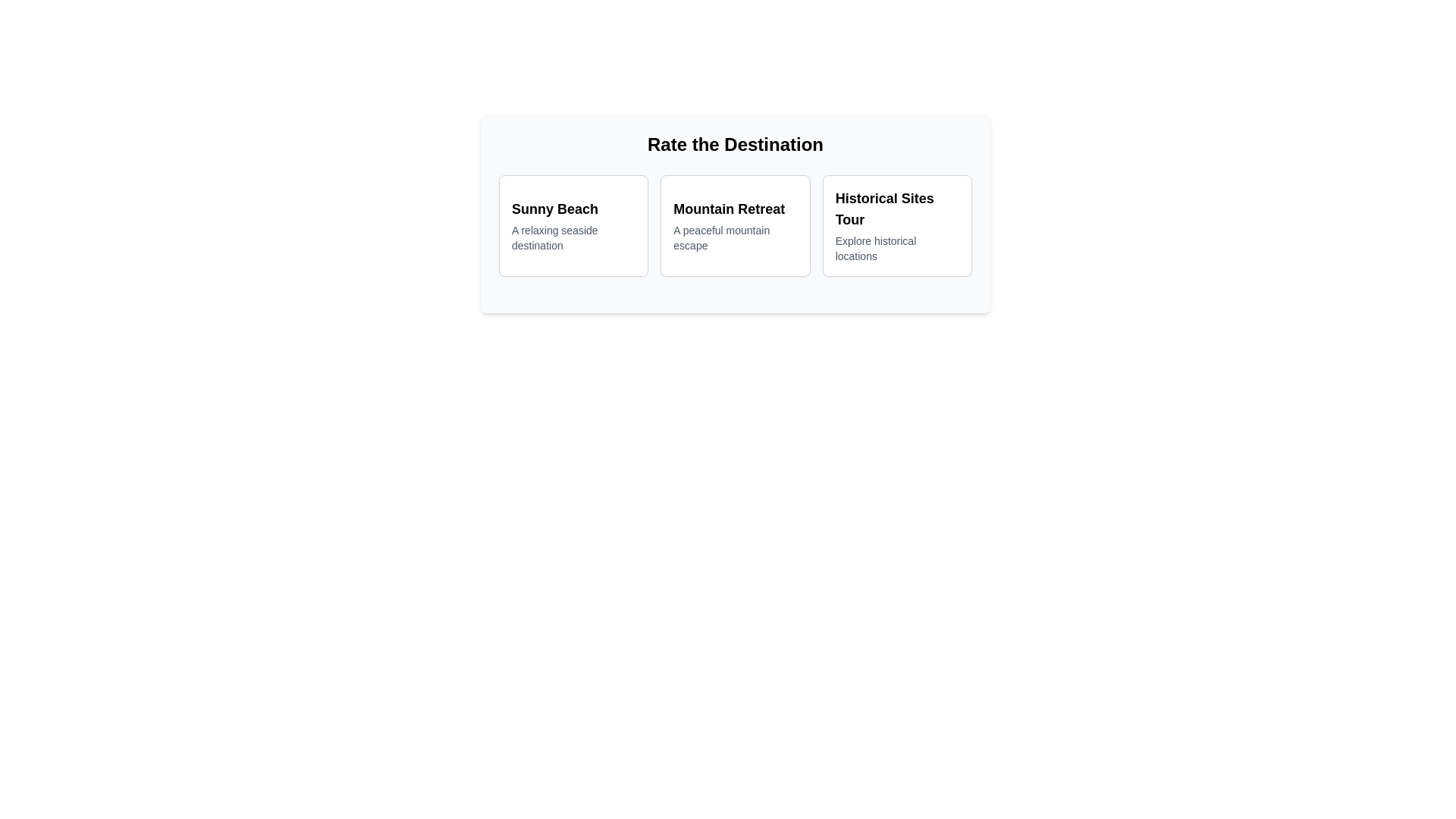  What do you see at coordinates (735, 225) in the screenshot?
I see `the second card in the 'Rate the Destination' section, which features a bold title 'Mountain Retreat' and a description 'A peaceful mountain escape'` at bounding box center [735, 225].